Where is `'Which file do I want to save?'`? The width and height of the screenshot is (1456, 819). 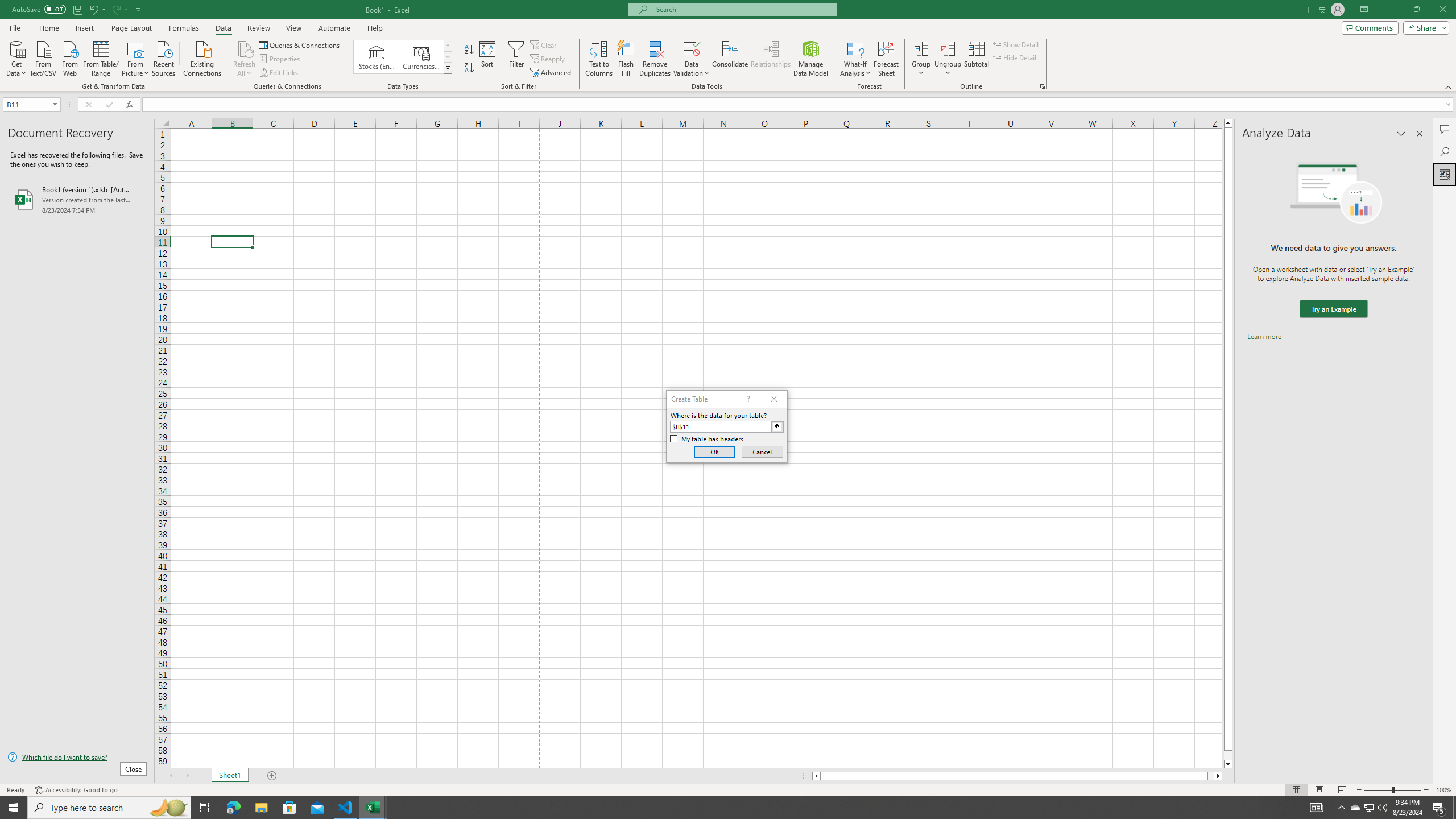
'Which file do I want to save?' is located at coordinates (76, 758).